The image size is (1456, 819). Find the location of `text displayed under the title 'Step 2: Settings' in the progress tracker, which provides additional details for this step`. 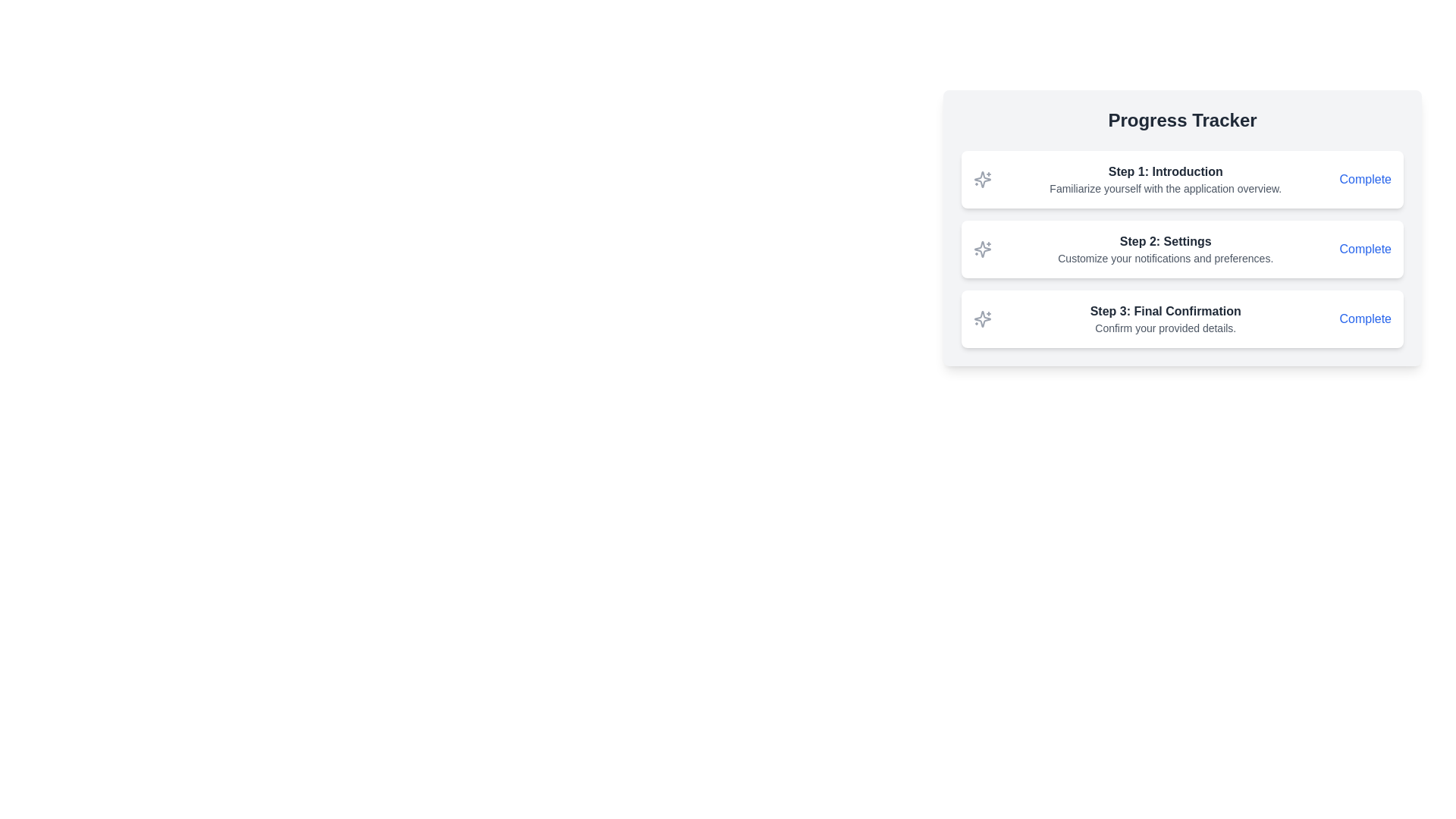

text displayed under the title 'Step 2: Settings' in the progress tracker, which provides additional details for this step is located at coordinates (1165, 257).